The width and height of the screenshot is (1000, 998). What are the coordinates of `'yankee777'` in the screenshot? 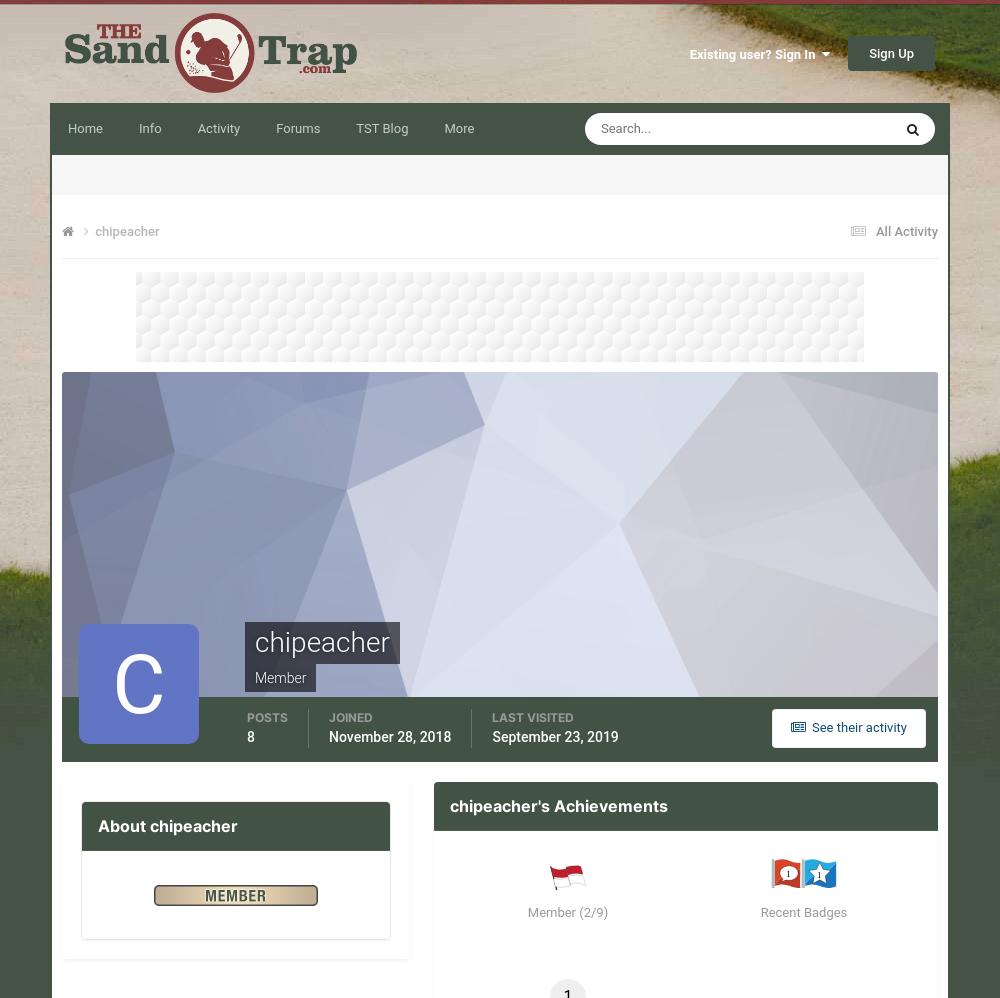 It's located at (675, 697).